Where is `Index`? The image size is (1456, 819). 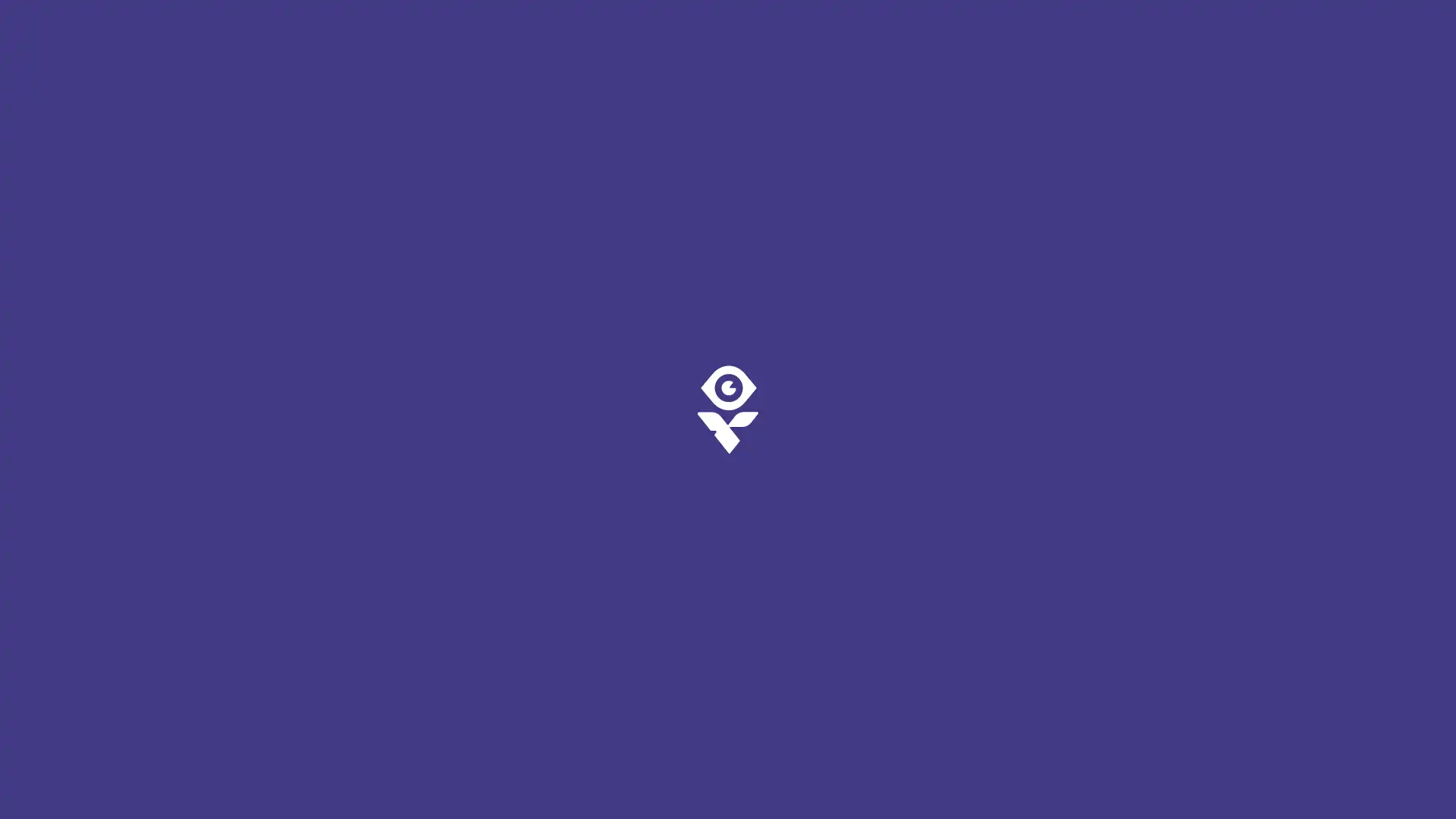
Index is located at coordinates (52, 780).